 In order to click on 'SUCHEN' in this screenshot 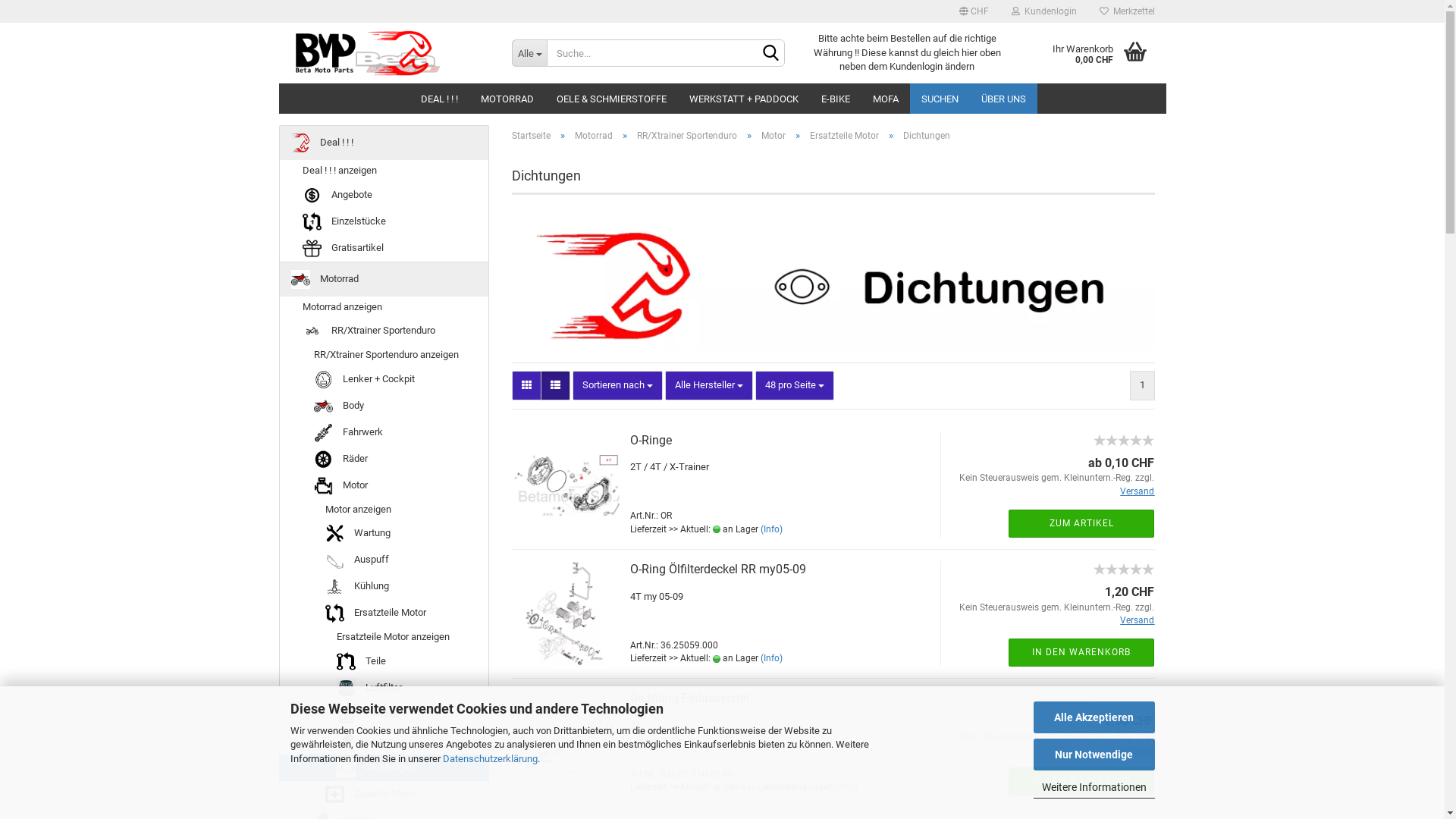, I will do `click(939, 99)`.